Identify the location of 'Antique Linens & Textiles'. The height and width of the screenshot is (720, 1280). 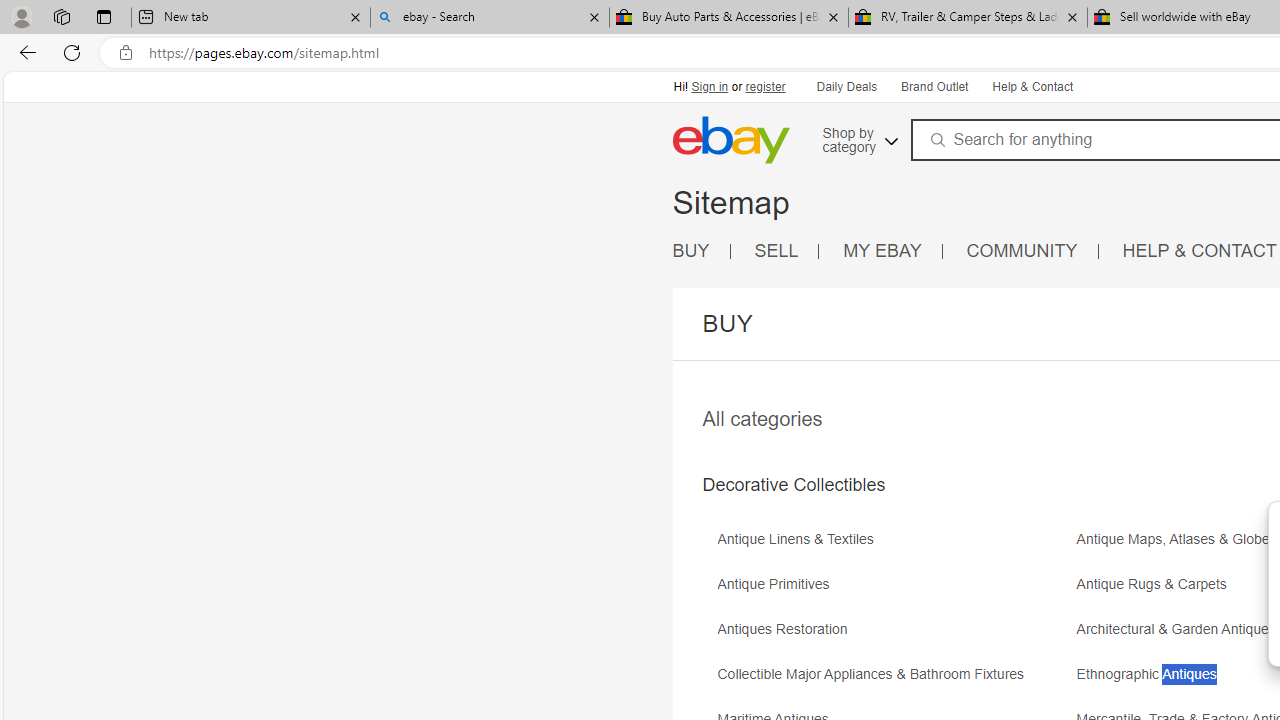
(800, 538).